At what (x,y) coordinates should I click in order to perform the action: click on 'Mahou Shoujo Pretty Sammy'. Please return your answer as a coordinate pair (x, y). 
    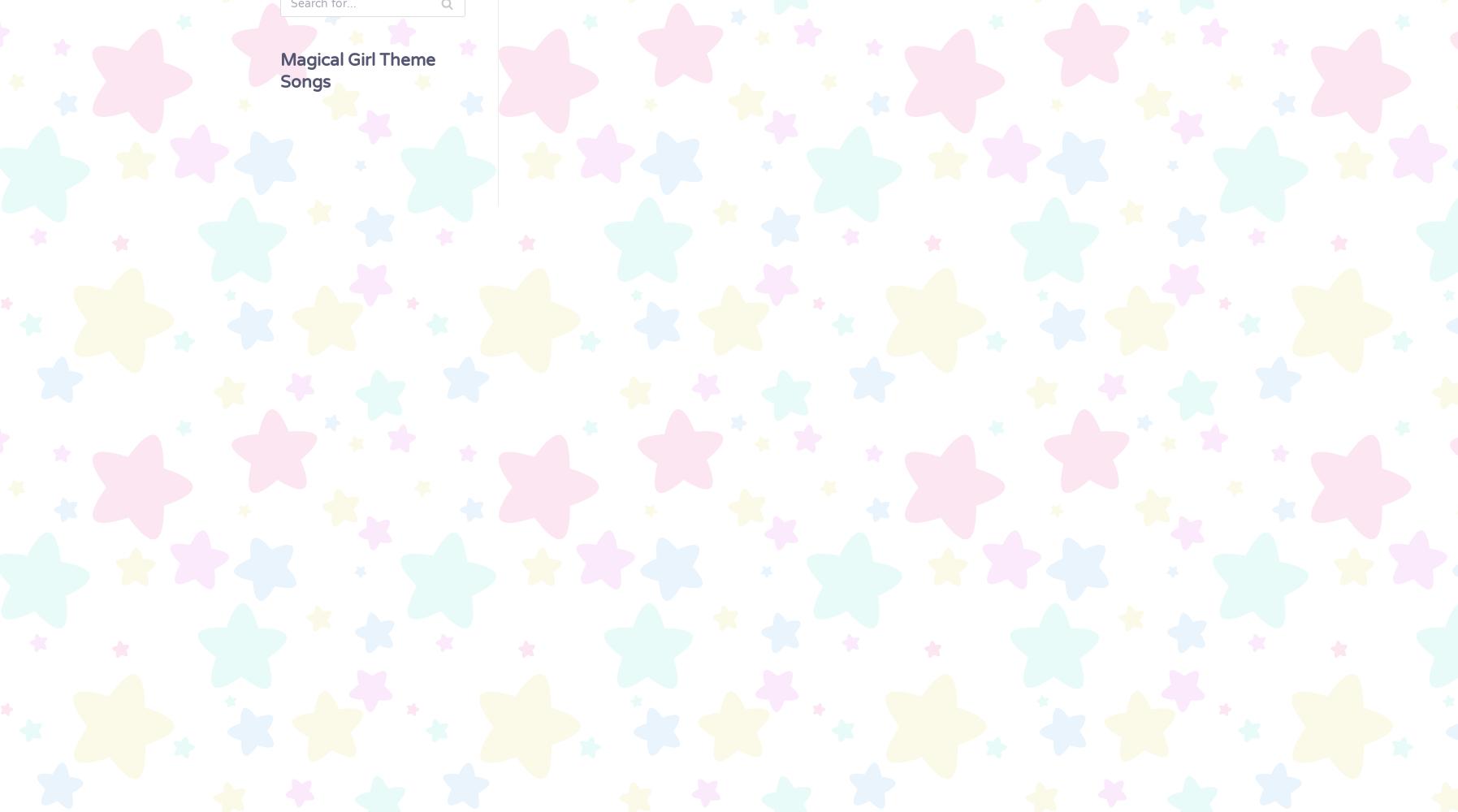
    Looking at the image, I should click on (99, 472).